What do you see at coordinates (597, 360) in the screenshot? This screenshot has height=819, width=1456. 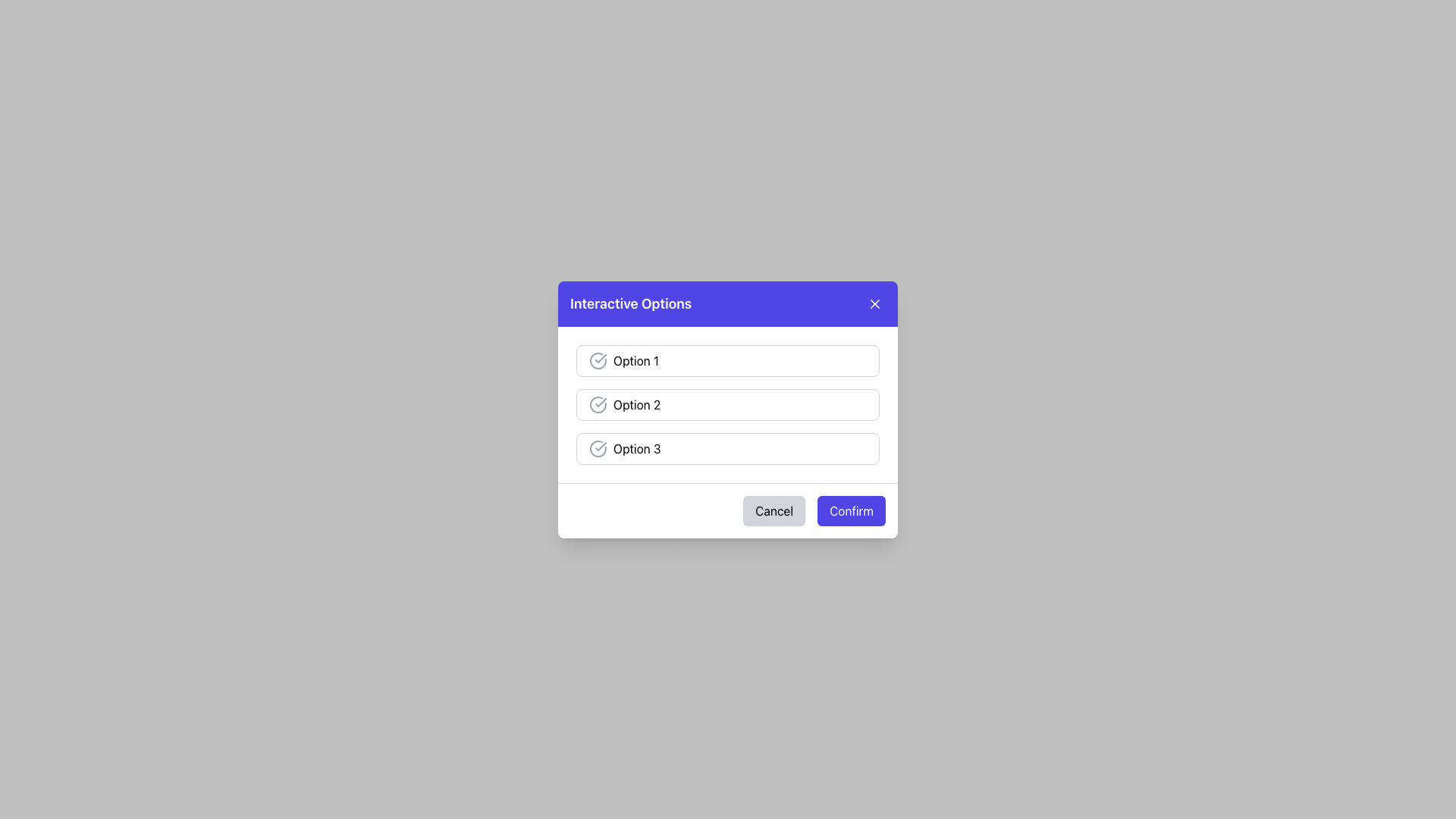 I see `the state of the selection status icon located to the left of 'Option 1' in the 'Interactive Options' list` at bounding box center [597, 360].